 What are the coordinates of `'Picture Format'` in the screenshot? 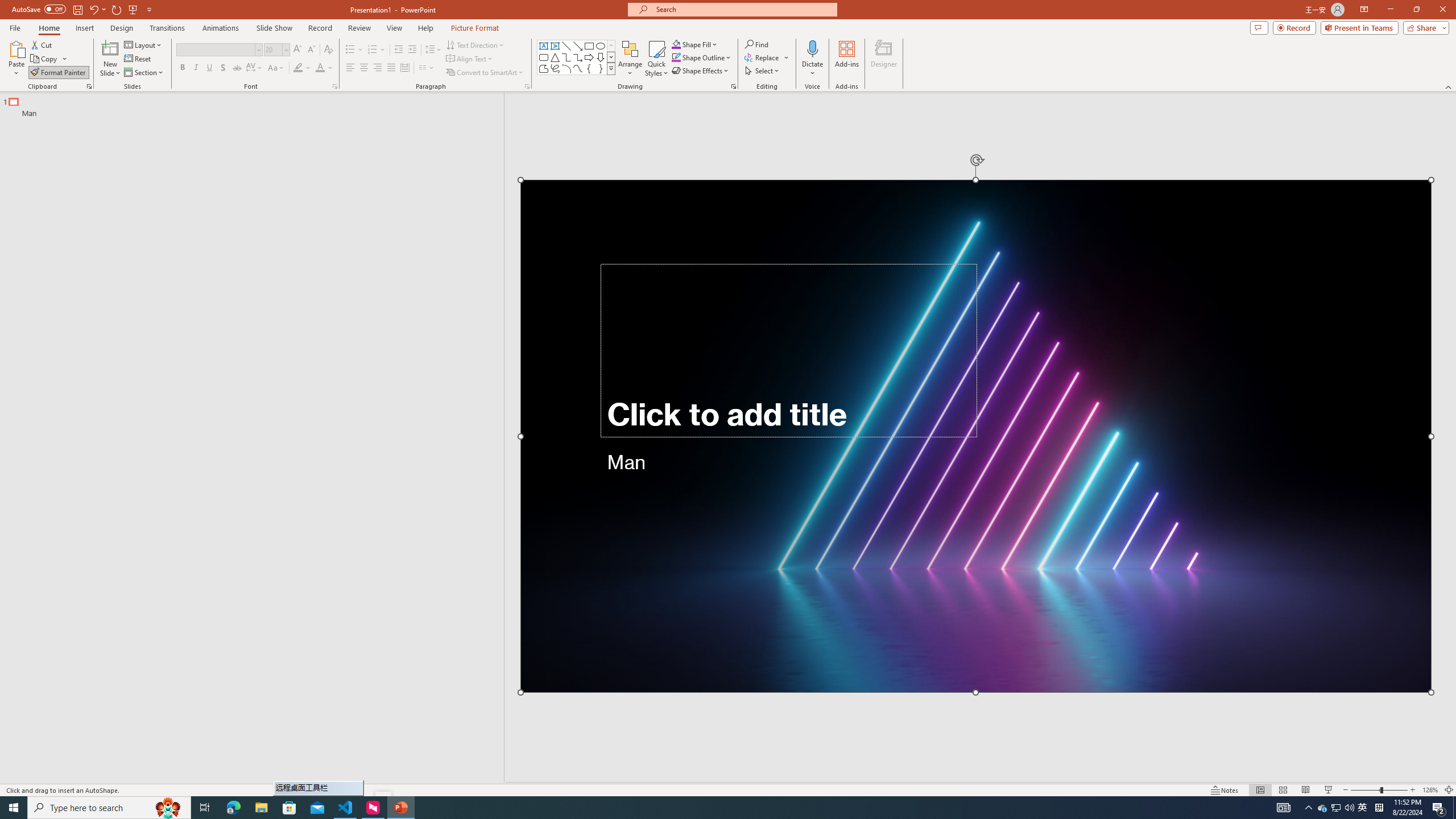 It's located at (475, 28).